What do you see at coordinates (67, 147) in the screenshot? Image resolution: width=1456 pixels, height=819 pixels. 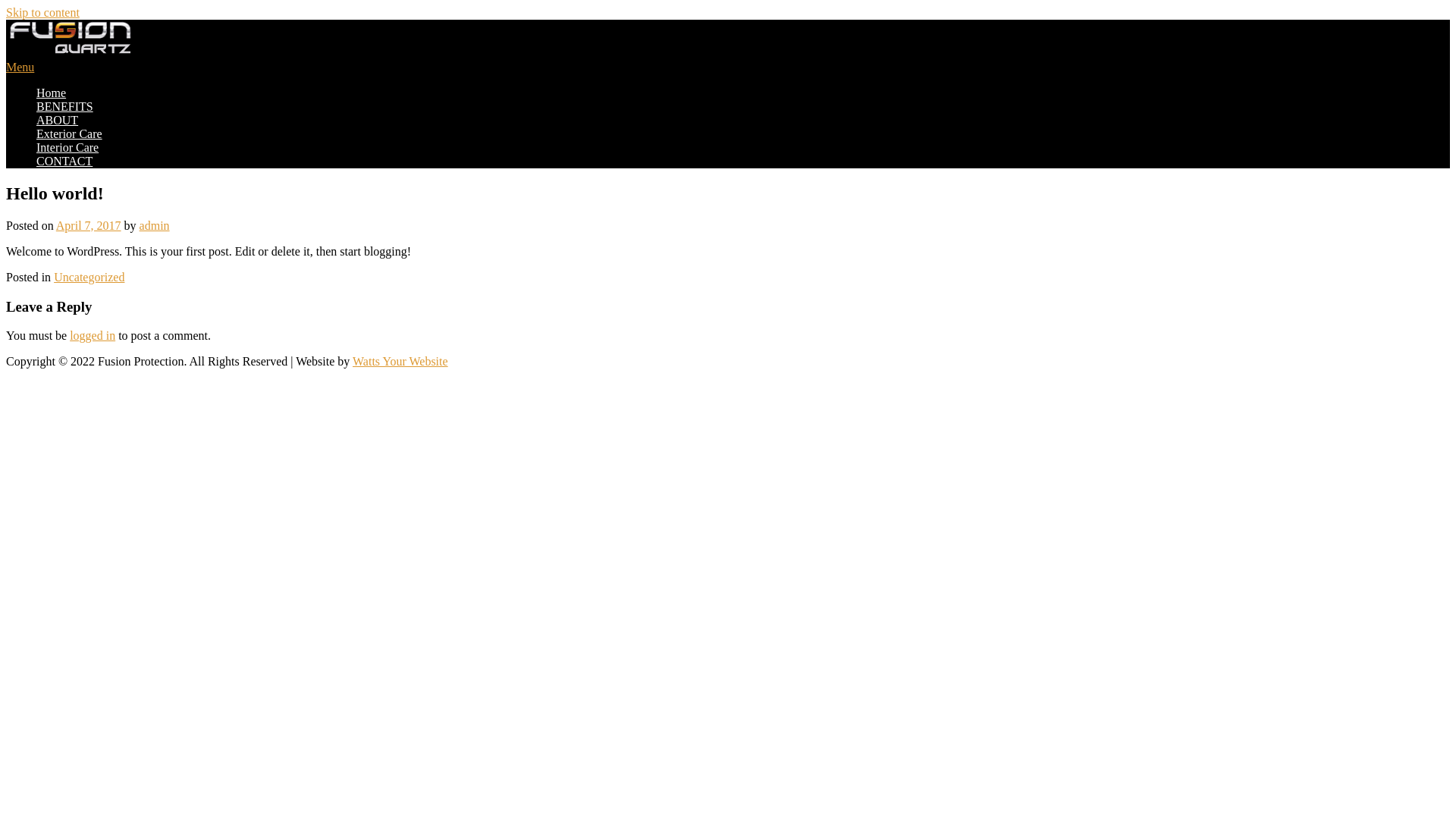 I see `'Interior Care'` at bounding box center [67, 147].